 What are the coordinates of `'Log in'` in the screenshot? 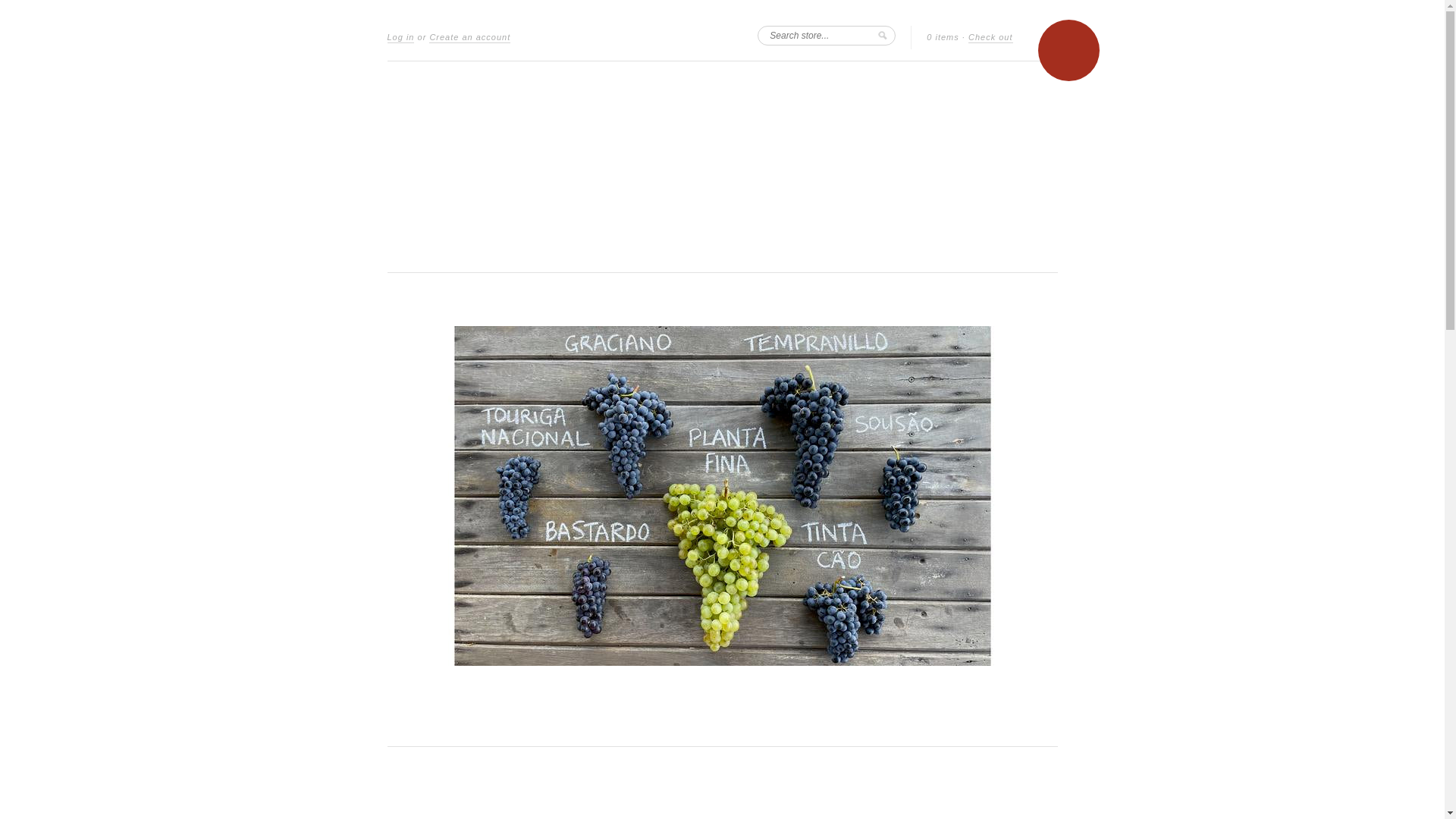 It's located at (400, 37).